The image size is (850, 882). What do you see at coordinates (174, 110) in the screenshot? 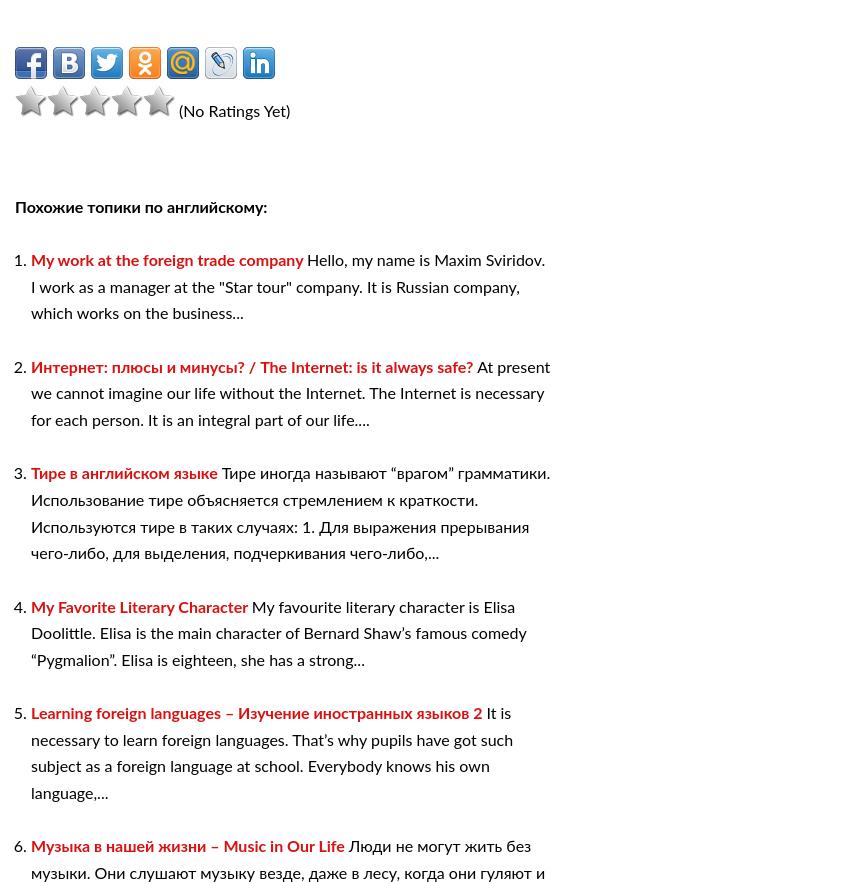
I see `'(No Ratings Yet)'` at bounding box center [174, 110].